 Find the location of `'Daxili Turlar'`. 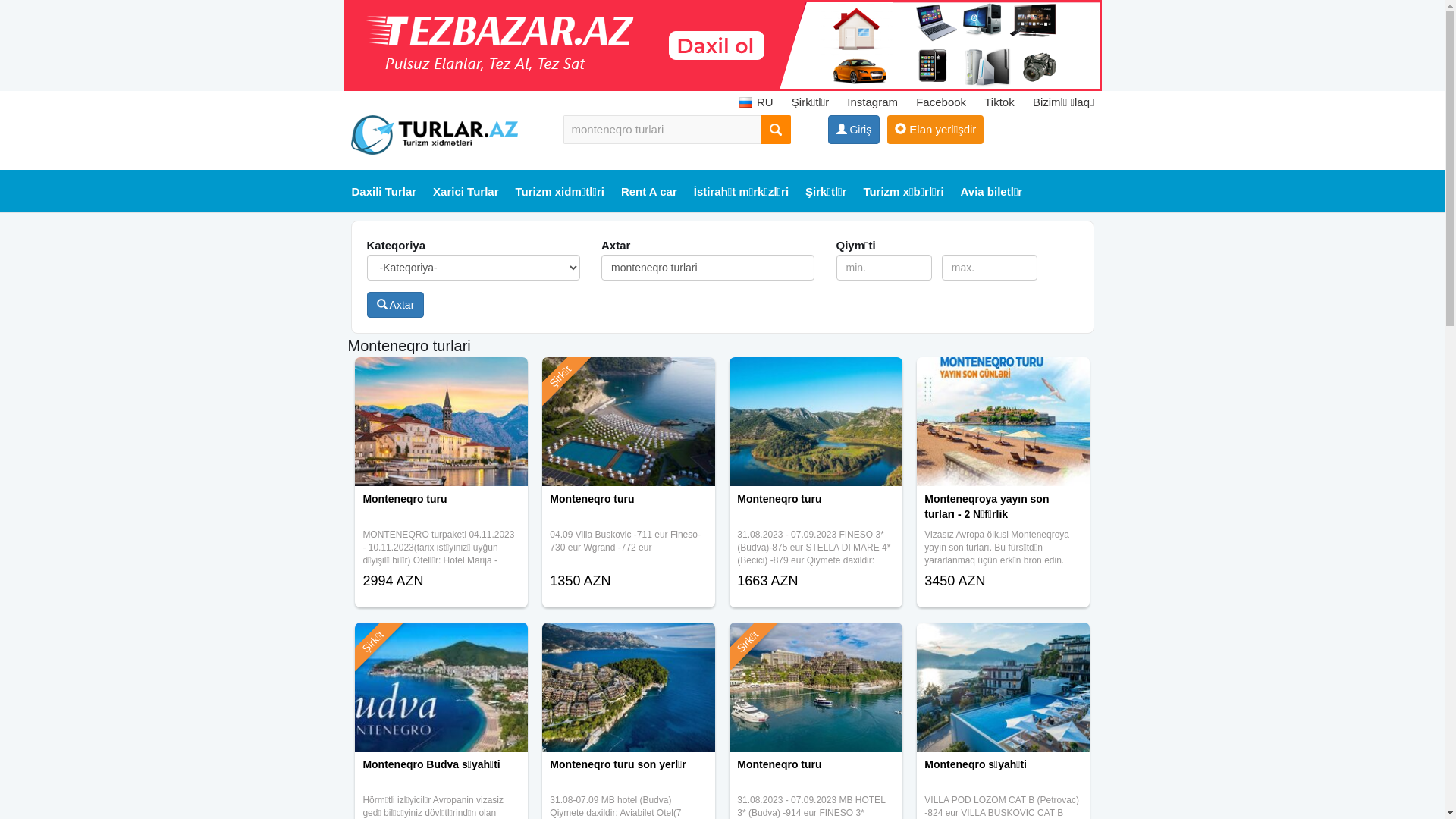

'Daxili Turlar' is located at coordinates (341, 191).